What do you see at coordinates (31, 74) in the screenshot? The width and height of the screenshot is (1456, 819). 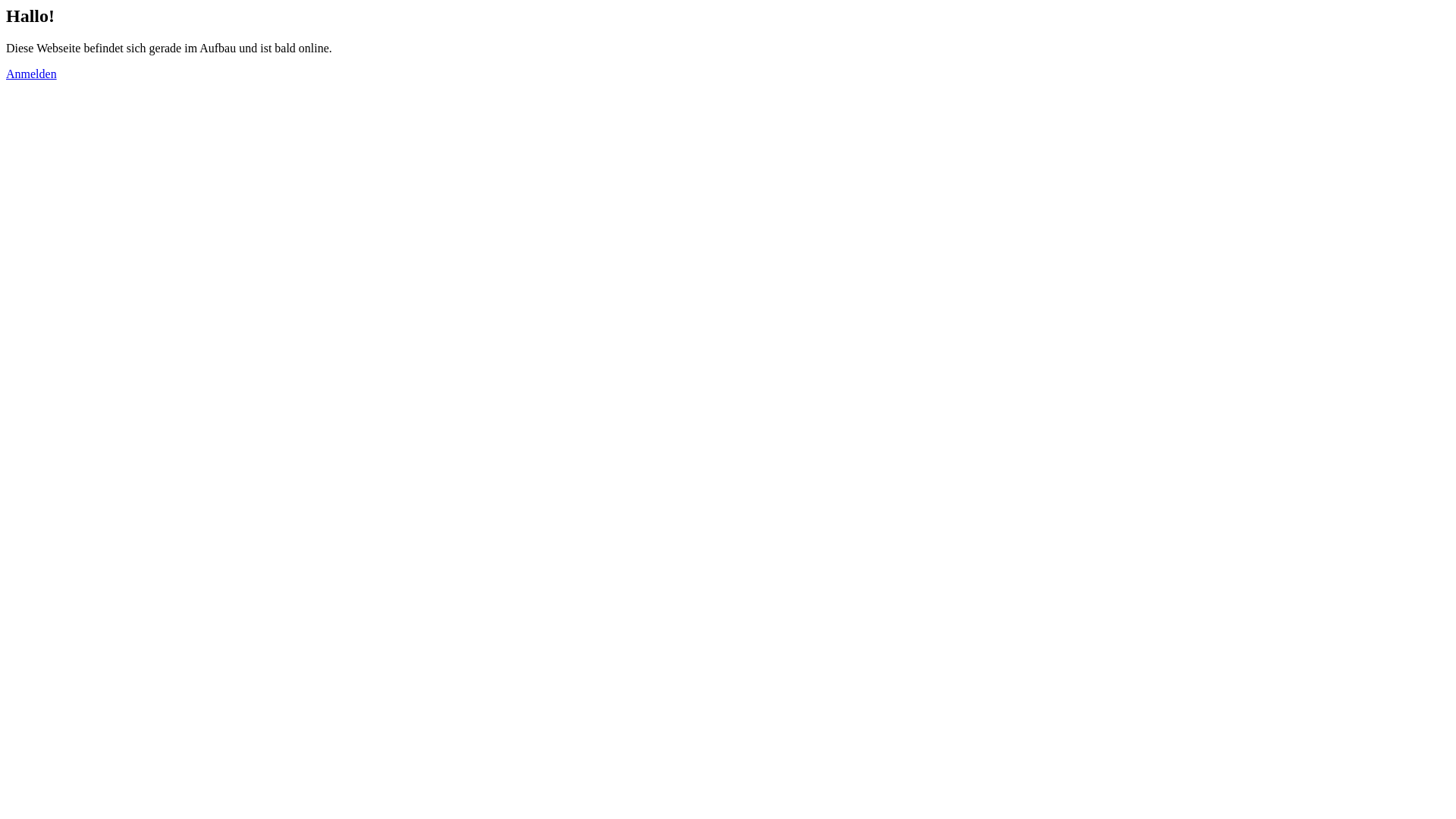 I see `'Anmelden'` at bounding box center [31, 74].